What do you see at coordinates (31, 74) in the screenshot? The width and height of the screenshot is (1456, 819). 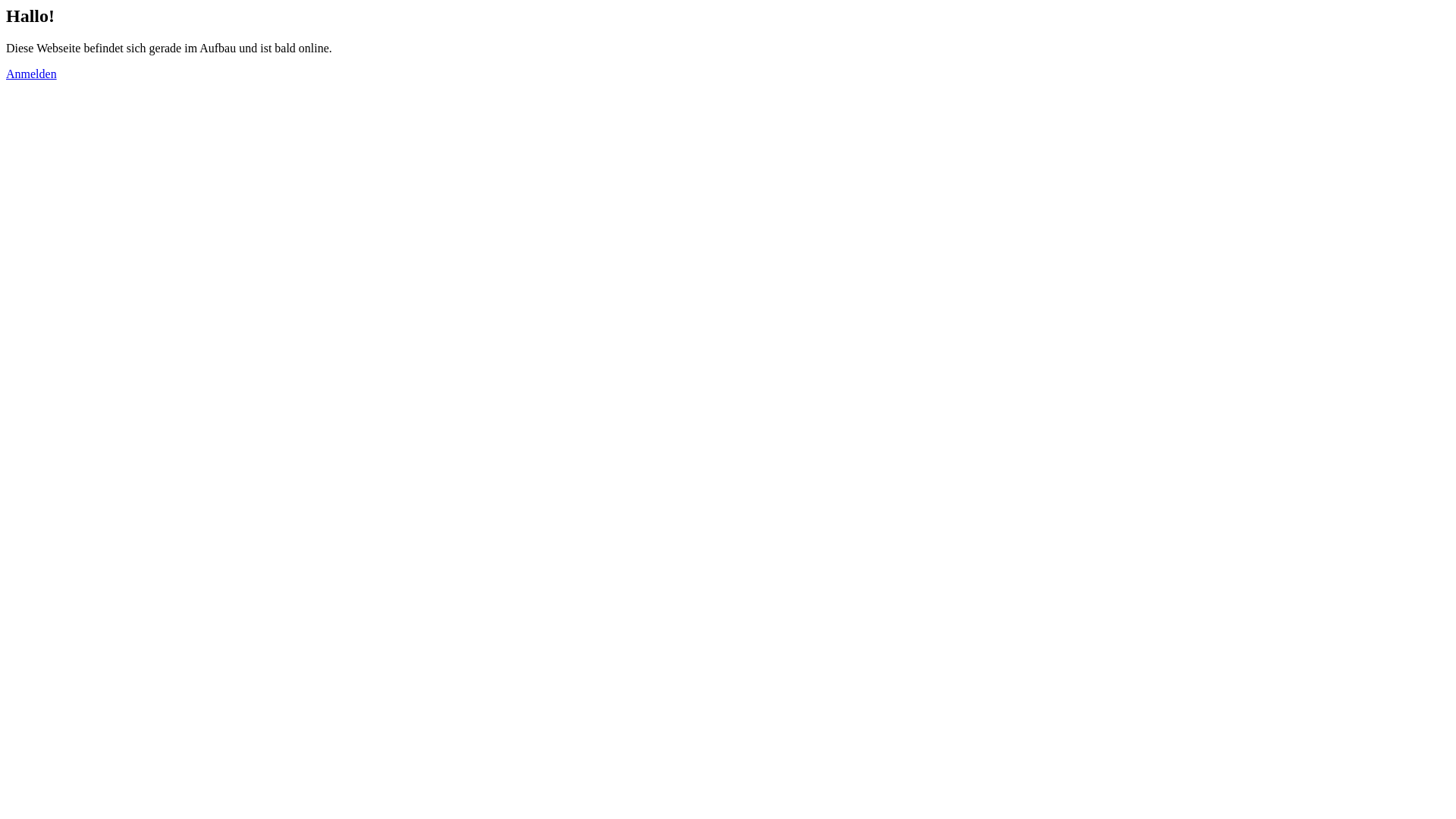 I see `'Anmelden'` at bounding box center [31, 74].